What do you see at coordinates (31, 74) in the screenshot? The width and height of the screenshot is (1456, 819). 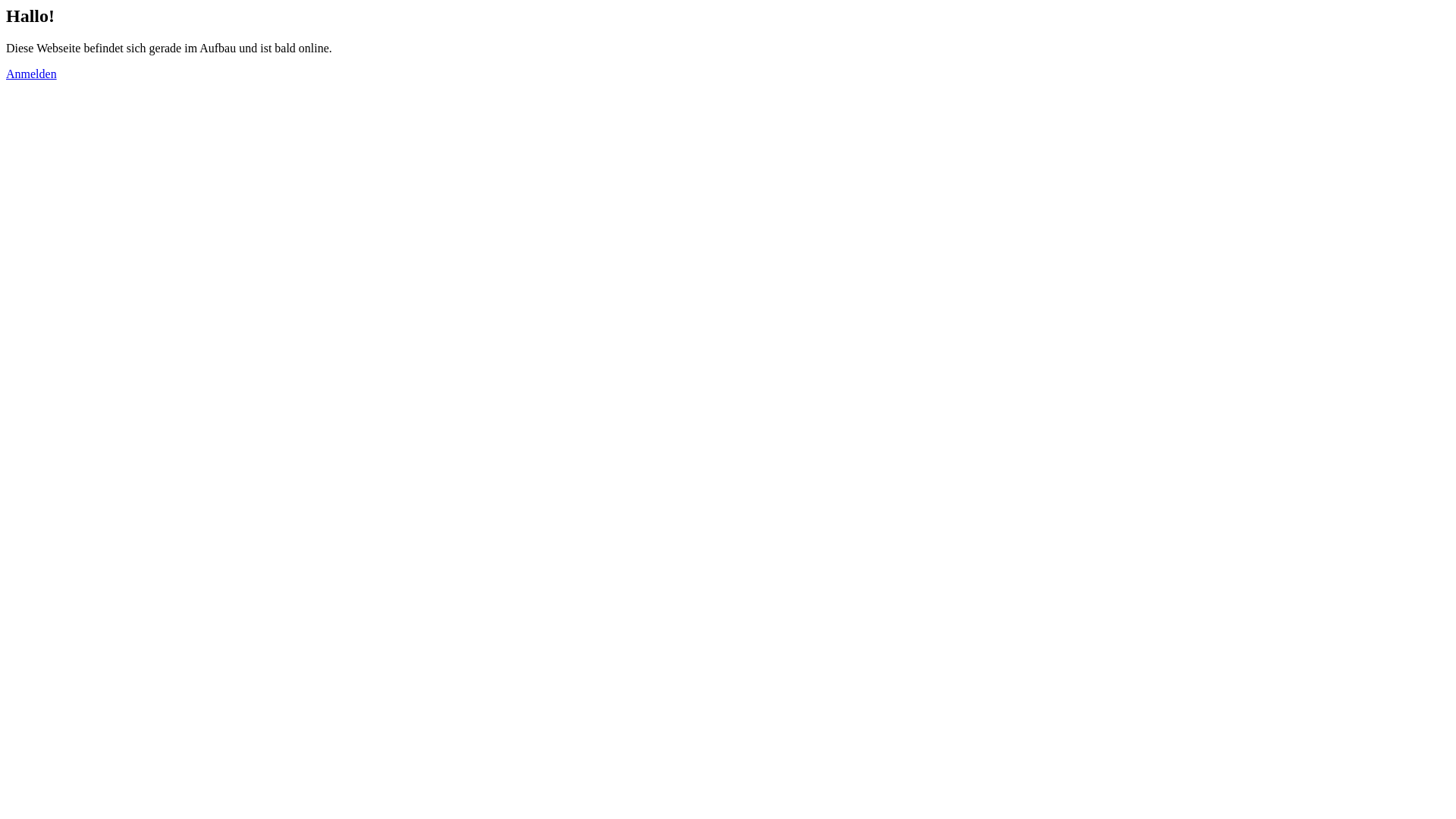 I see `'Anmelden'` at bounding box center [31, 74].